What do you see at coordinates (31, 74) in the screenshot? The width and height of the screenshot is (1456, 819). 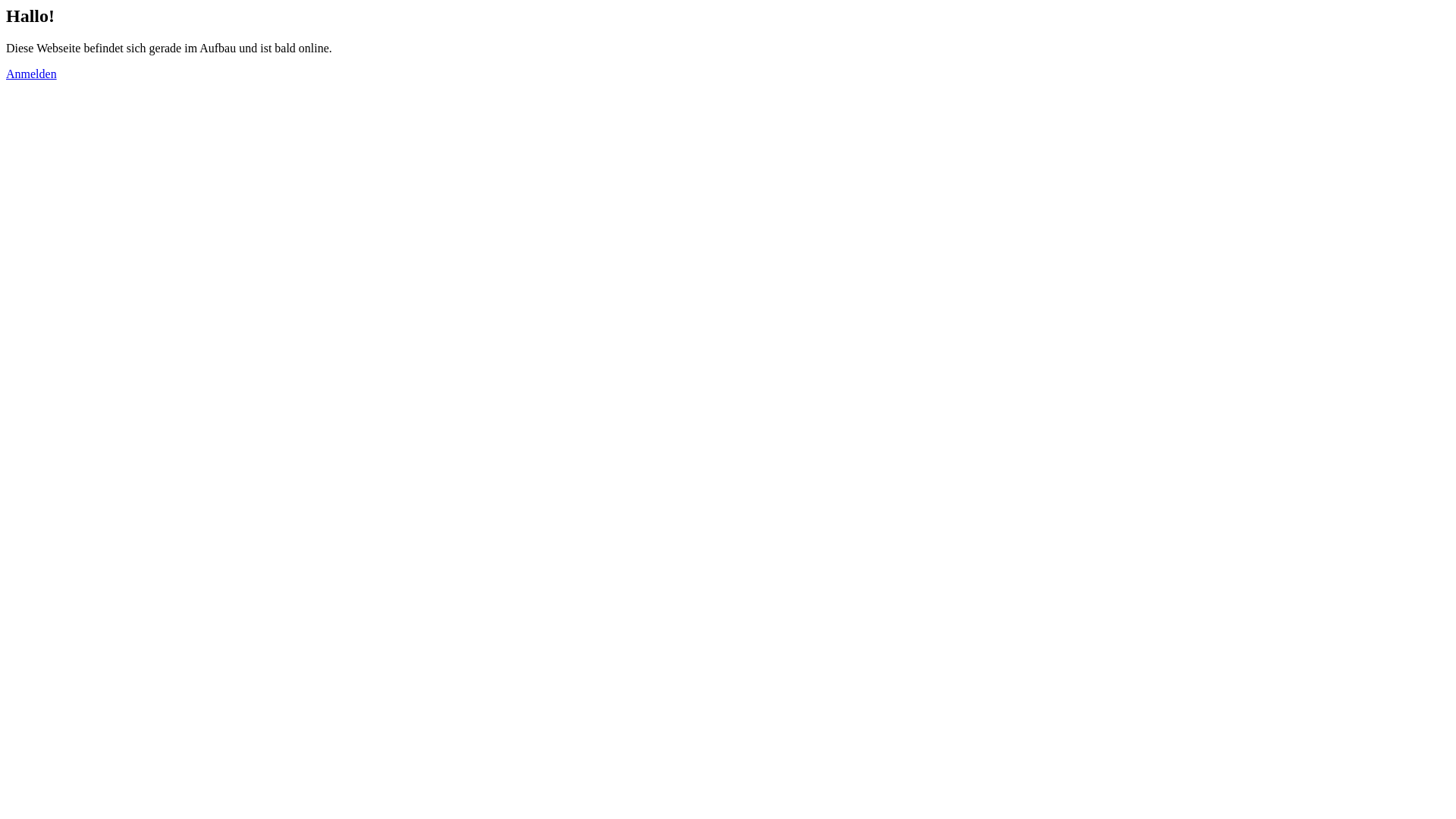 I see `'Anmelden'` at bounding box center [31, 74].